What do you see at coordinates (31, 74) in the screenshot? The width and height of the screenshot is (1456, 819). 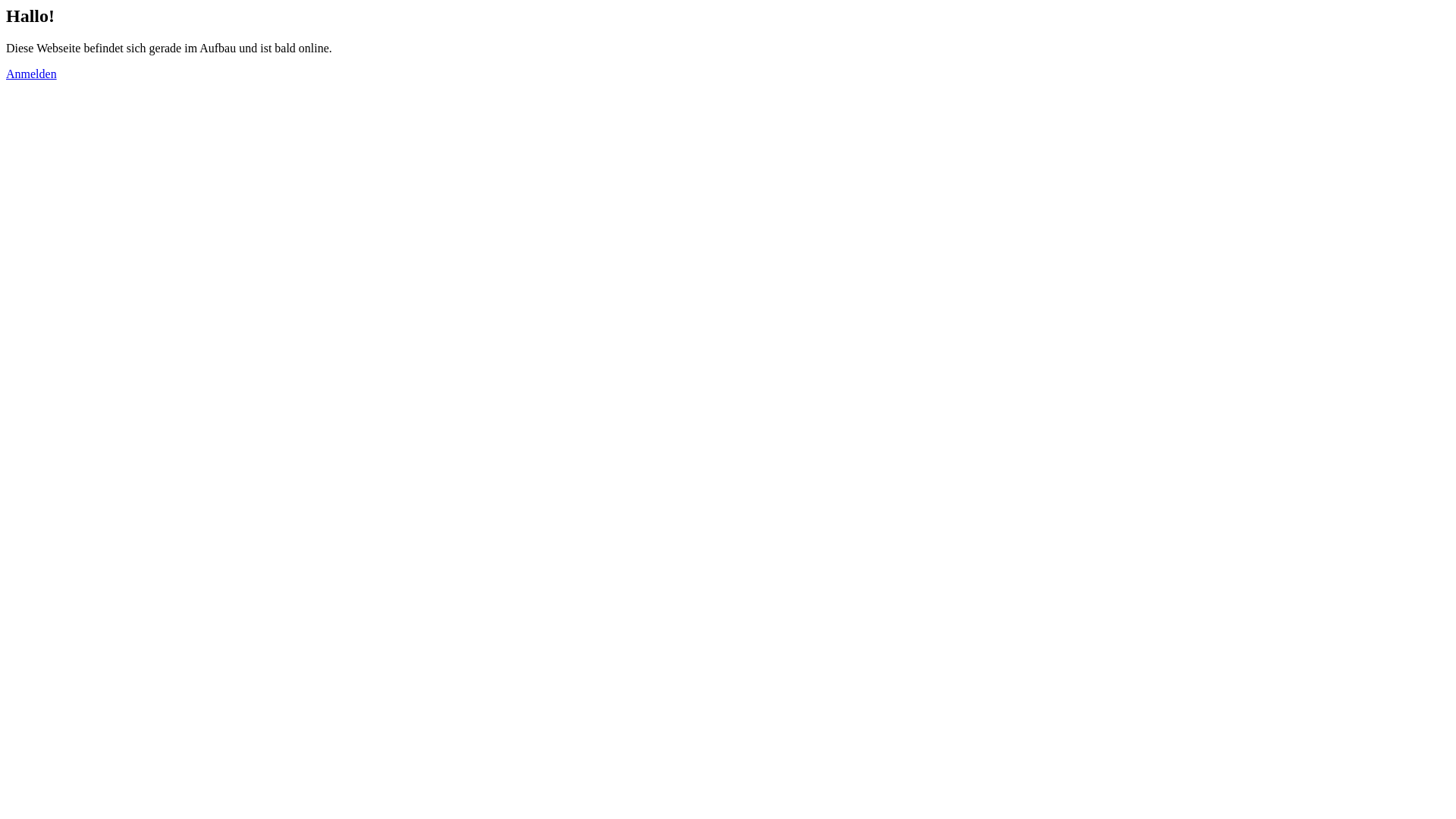 I see `'Anmelden'` at bounding box center [31, 74].